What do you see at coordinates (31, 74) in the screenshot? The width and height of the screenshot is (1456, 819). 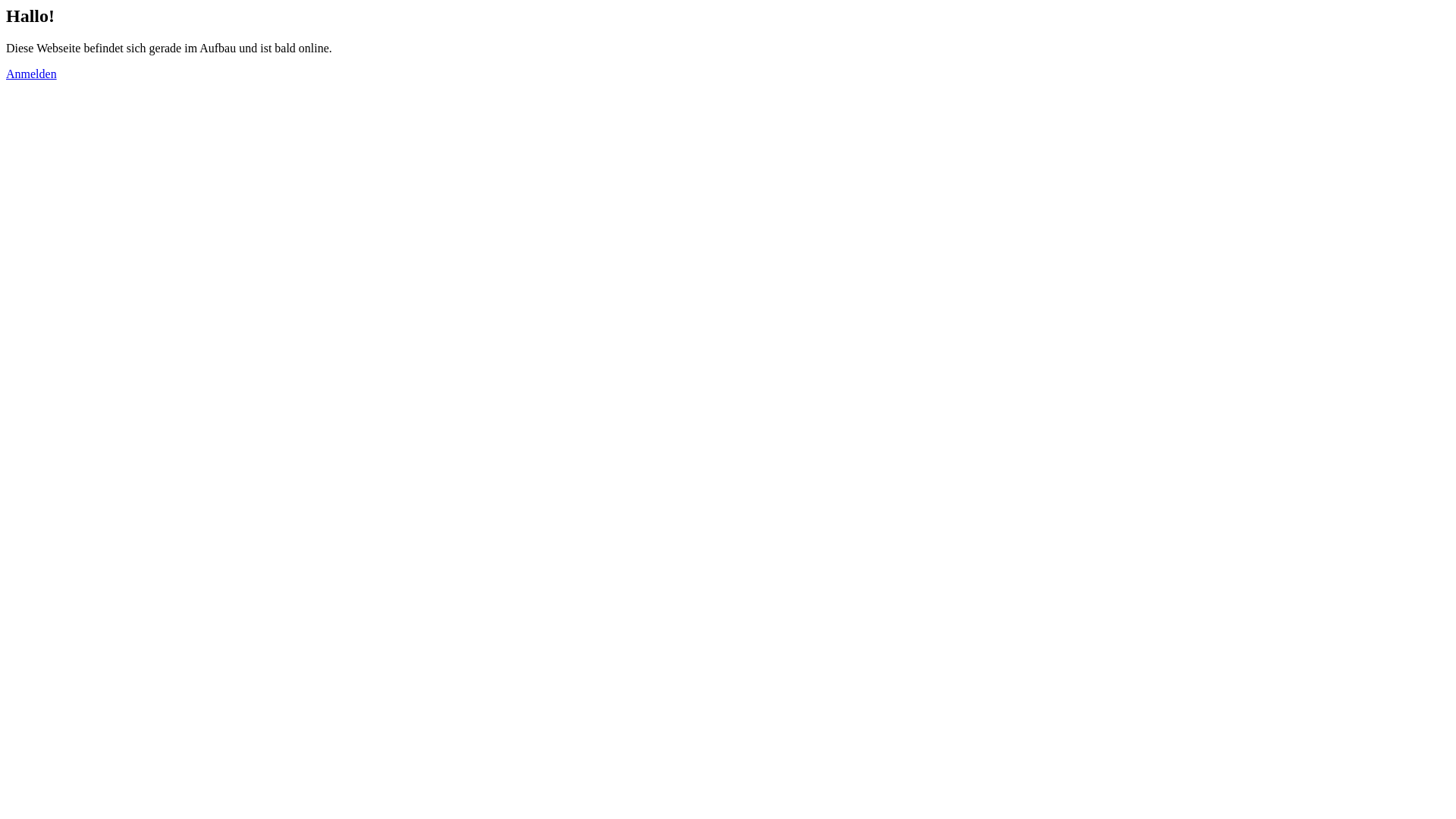 I see `'Anmelden'` at bounding box center [31, 74].